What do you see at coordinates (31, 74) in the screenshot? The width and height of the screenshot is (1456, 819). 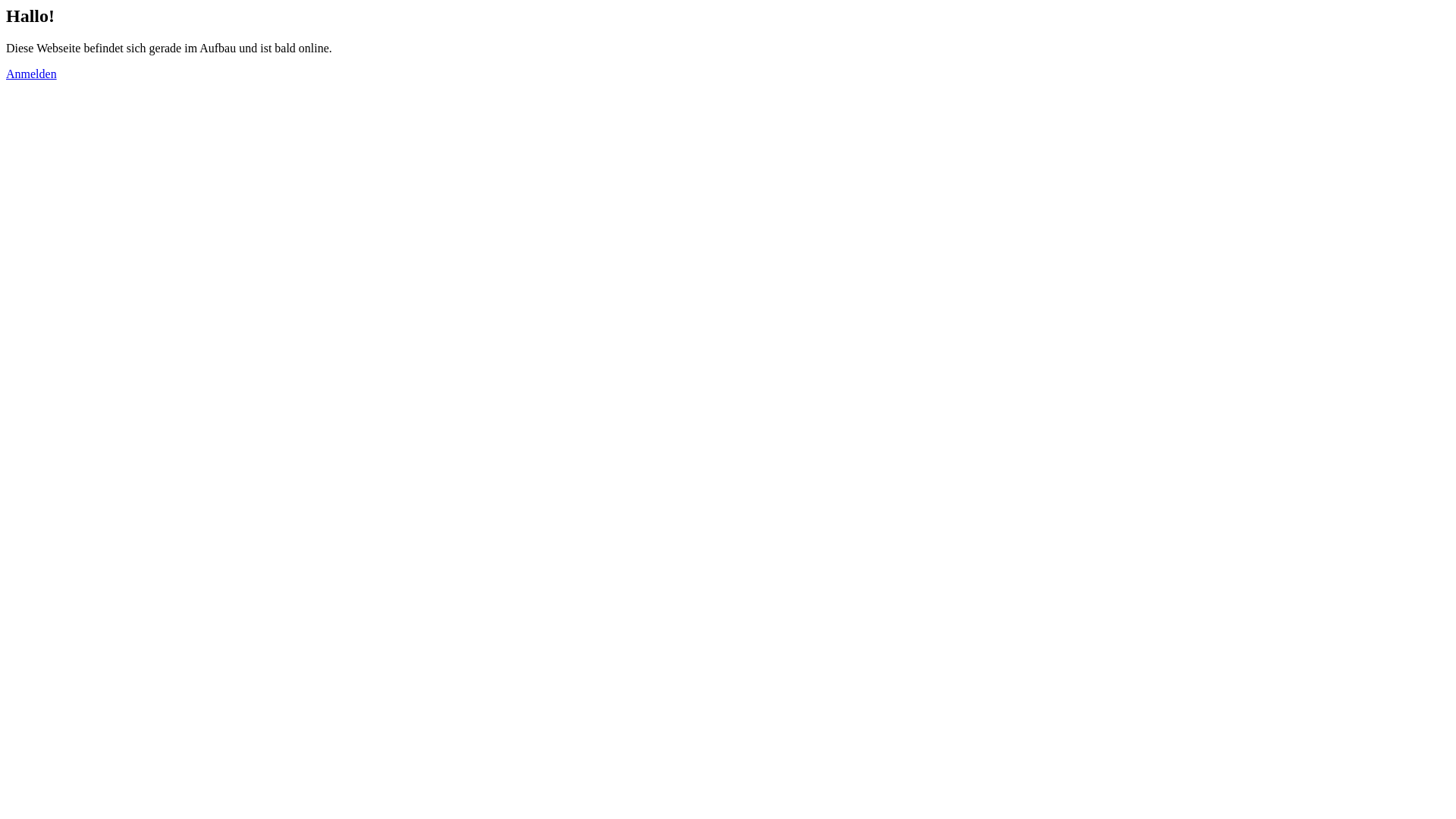 I see `'Anmelden'` at bounding box center [31, 74].